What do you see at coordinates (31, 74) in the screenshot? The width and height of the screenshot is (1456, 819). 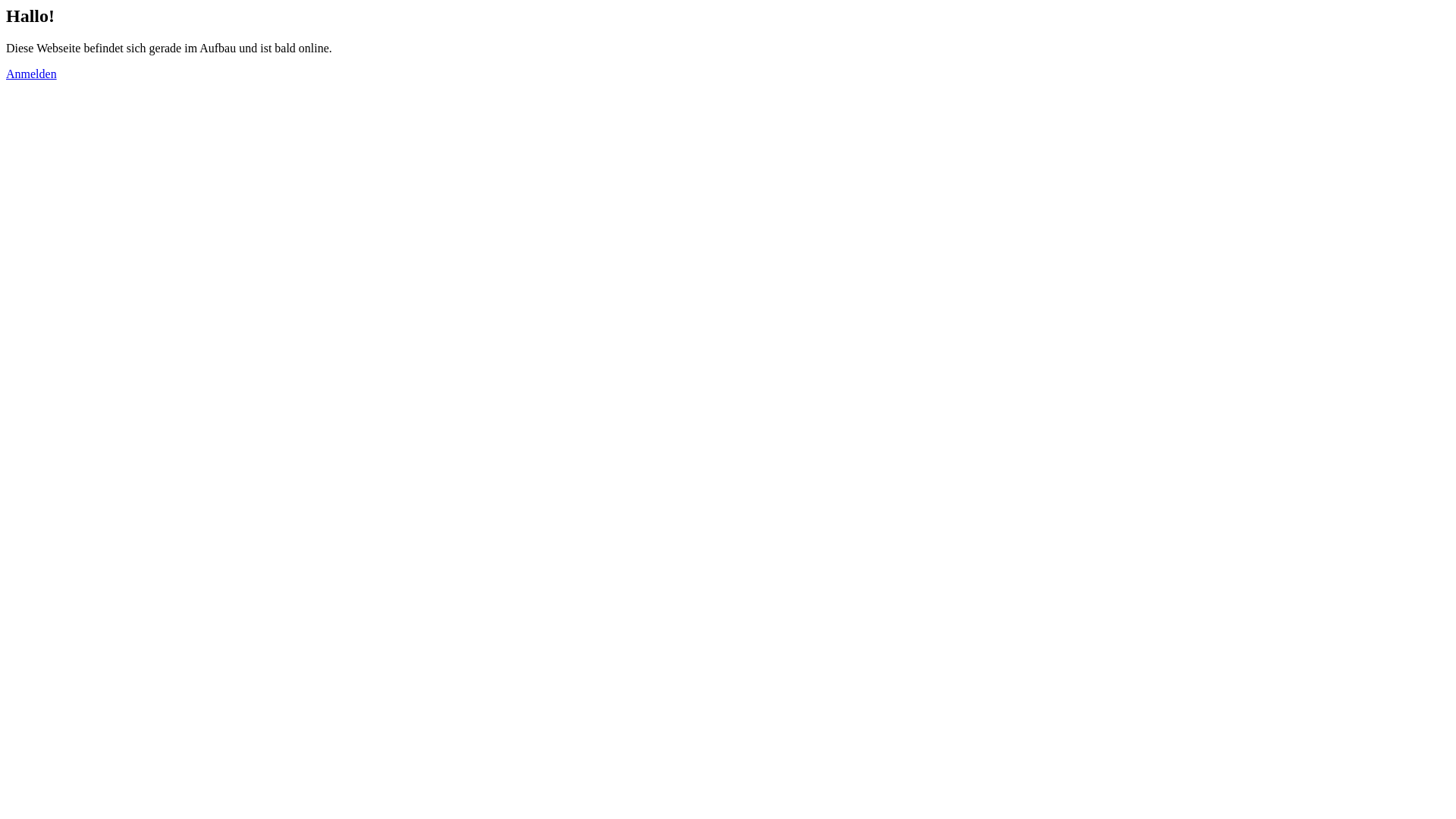 I see `'Anmelden'` at bounding box center [31, 74].